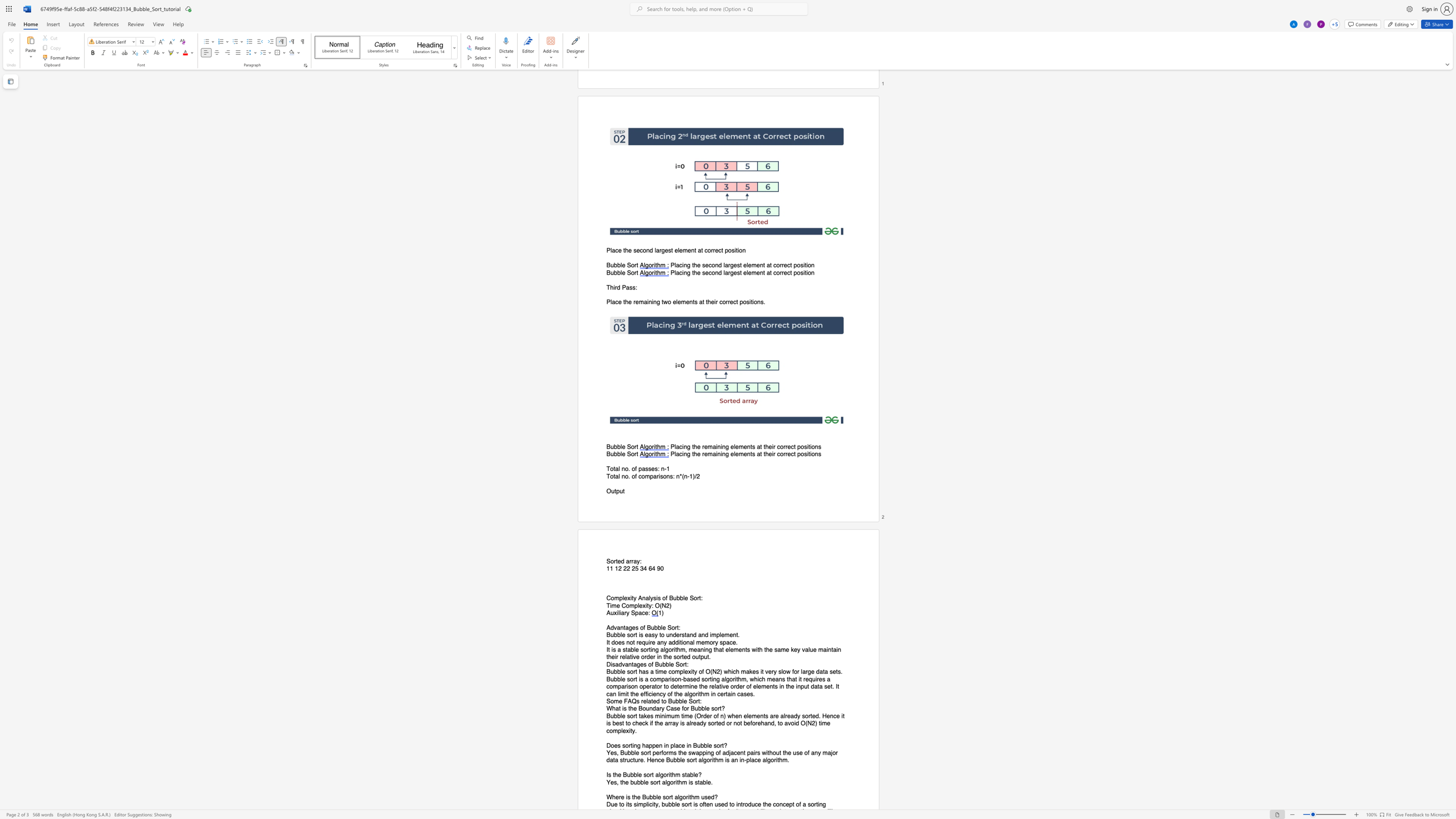  What do you see at coordinates (673, 679) in the screenshot?
I see `the 3th character "s" in the text` at bounding box center [673, 679].